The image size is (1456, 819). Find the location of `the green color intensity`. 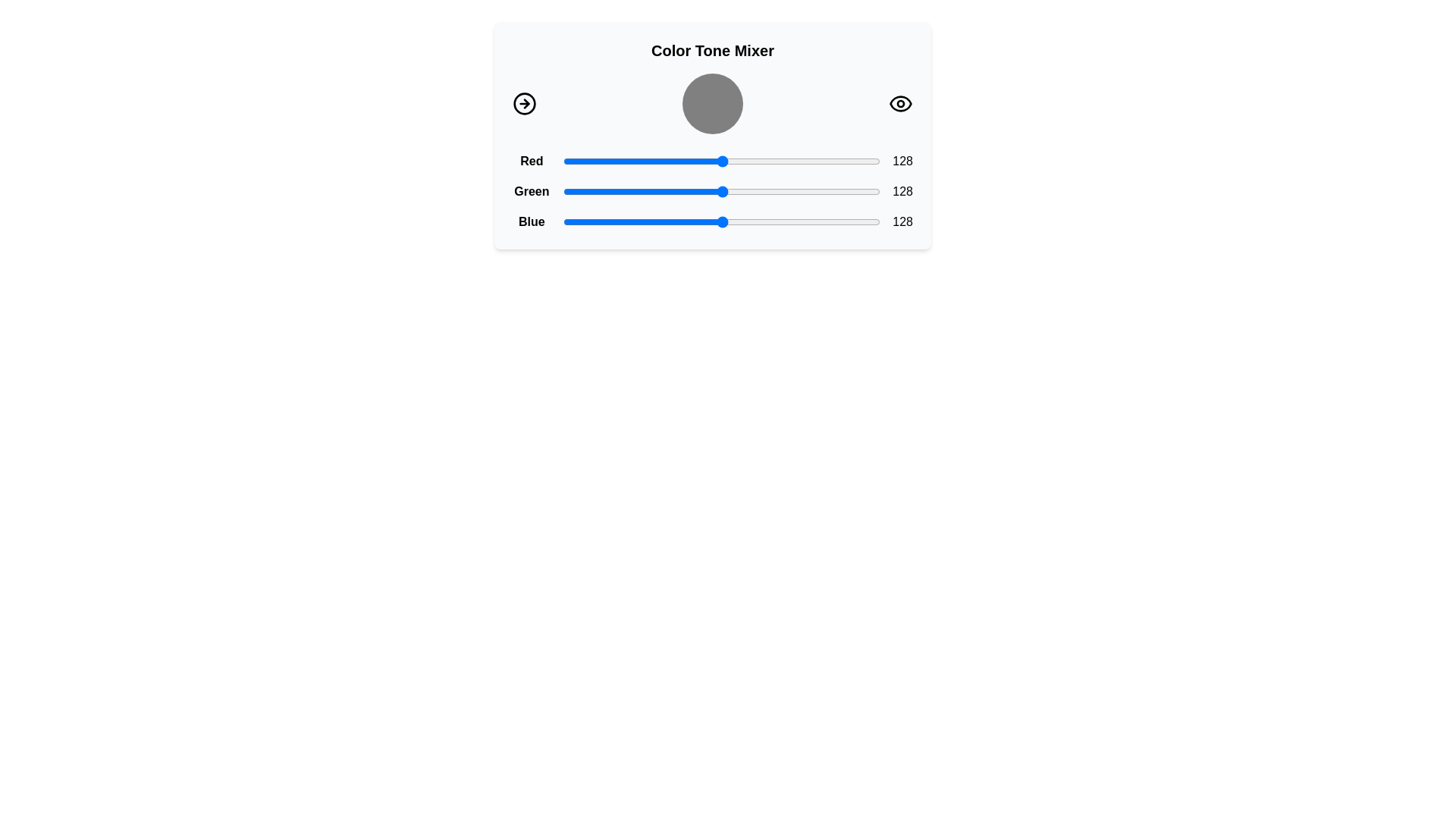

the green color intensity is located at coordinates (780, 191).